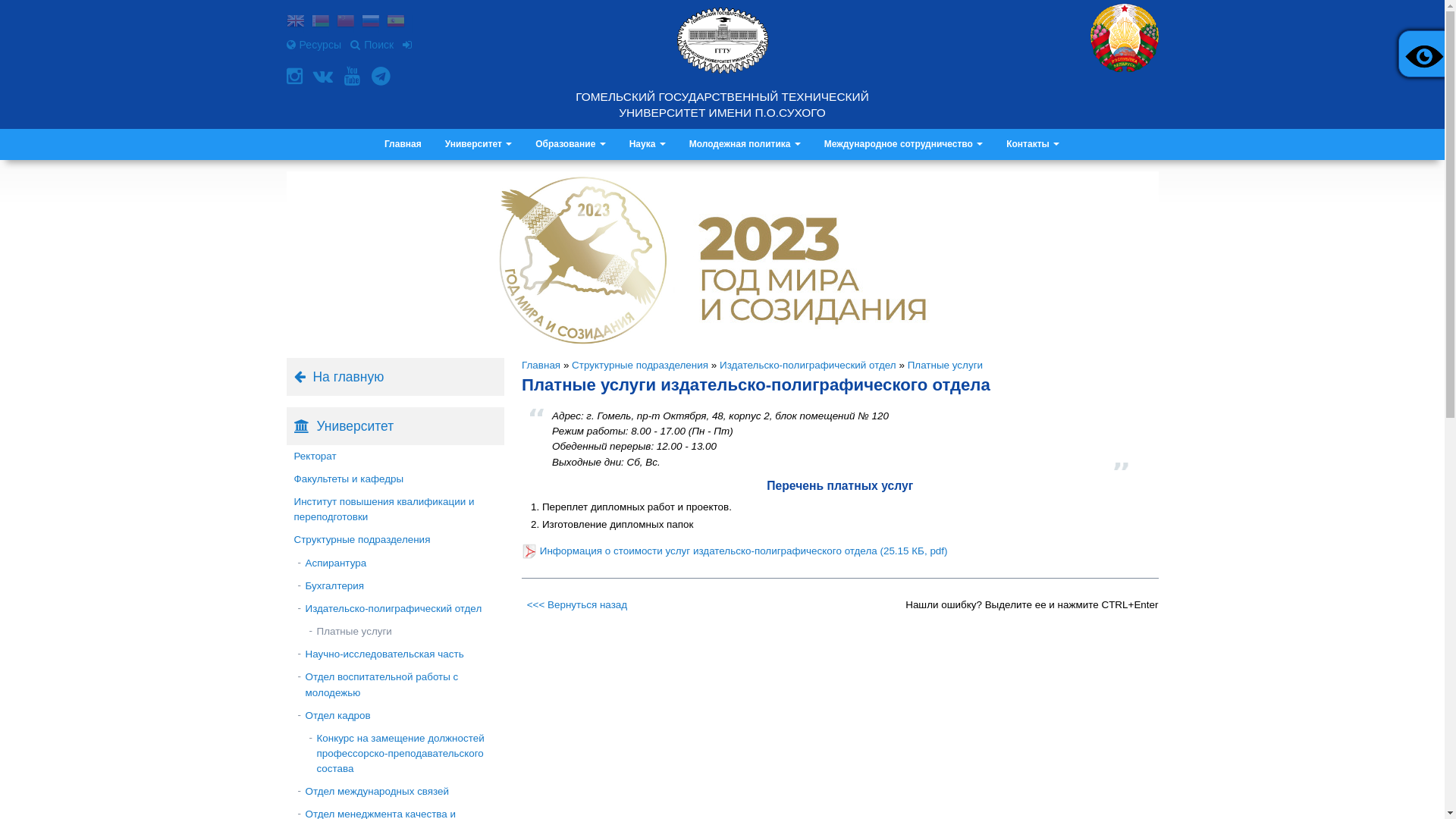 Image resolution: width=1456 pixels, height=819 pixels. What do you see at coordinates (345, 22) in the screenshot?
I see `'Chinese (Simplified)'` at bounding box center [345, 22].